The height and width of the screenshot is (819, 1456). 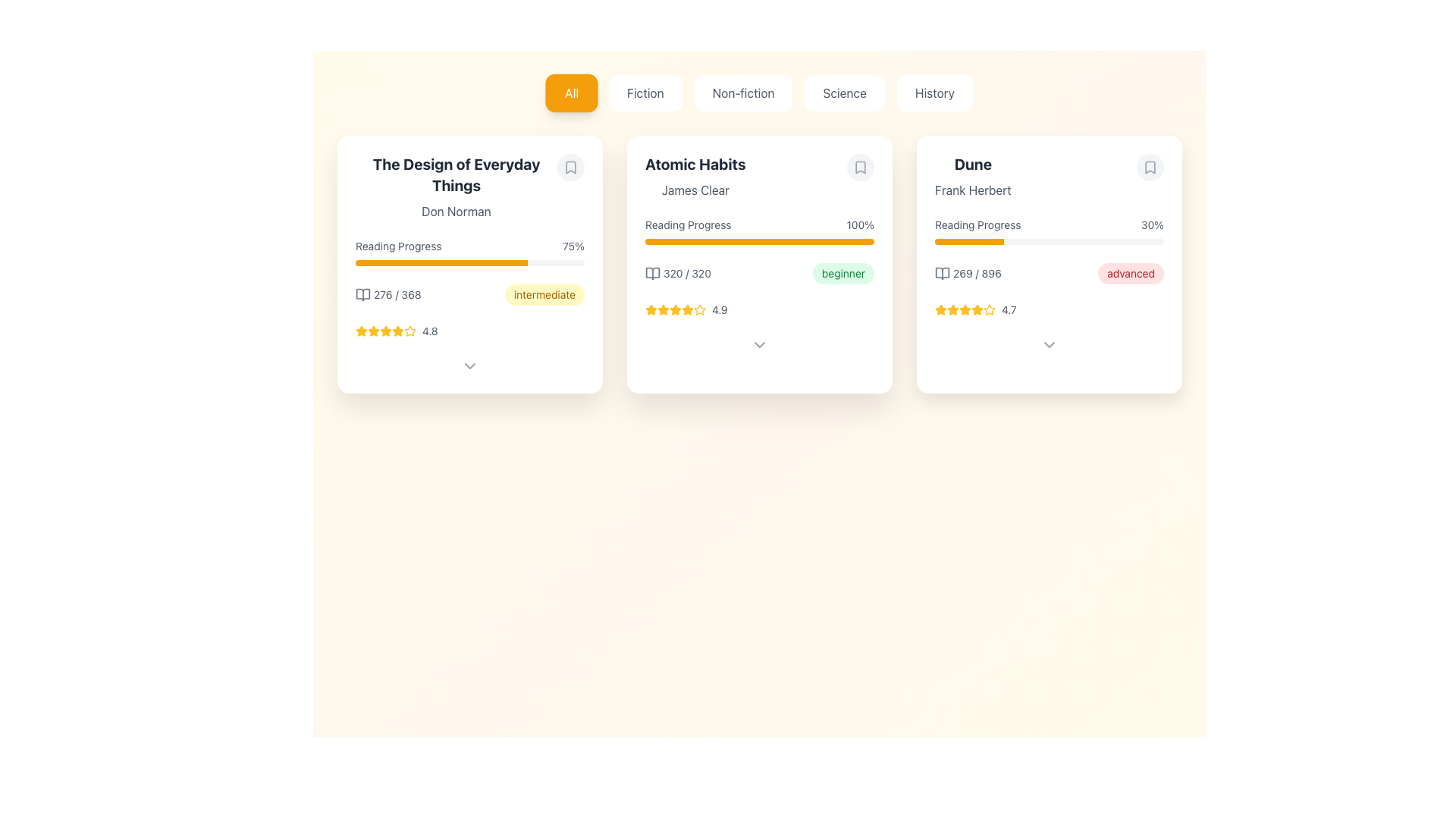 I want to click on the orange progress bar segment representing 30% of the total progress in the 'Dune' card under 'Reading Progress', so click(x=968, y=241).